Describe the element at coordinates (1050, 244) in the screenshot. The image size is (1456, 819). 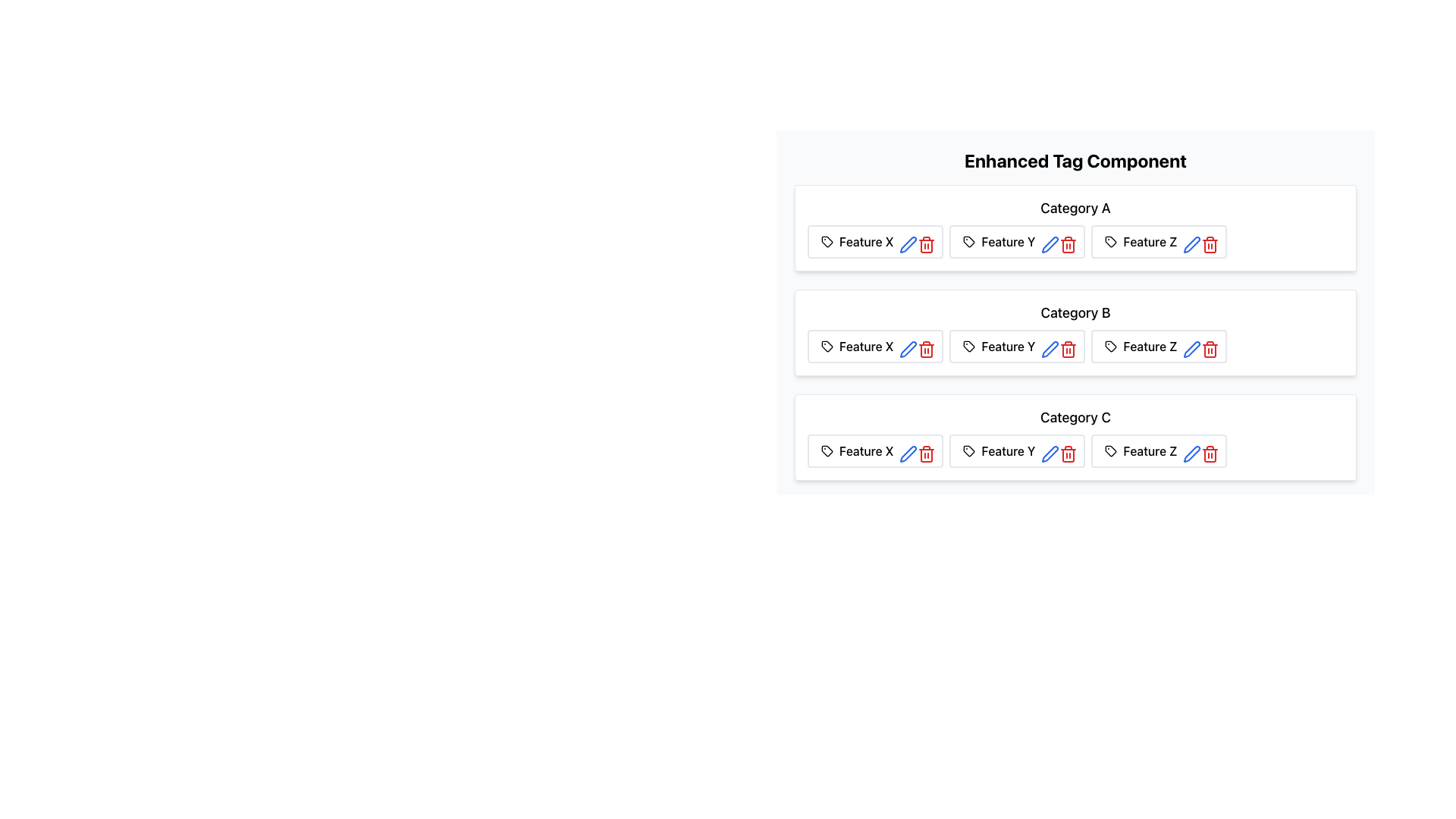
I see `the pen icon with a blue outline next to the label 'Feature Y' in the 'Category A' section of the 'Enhanced Tag Component' interface` at that location.